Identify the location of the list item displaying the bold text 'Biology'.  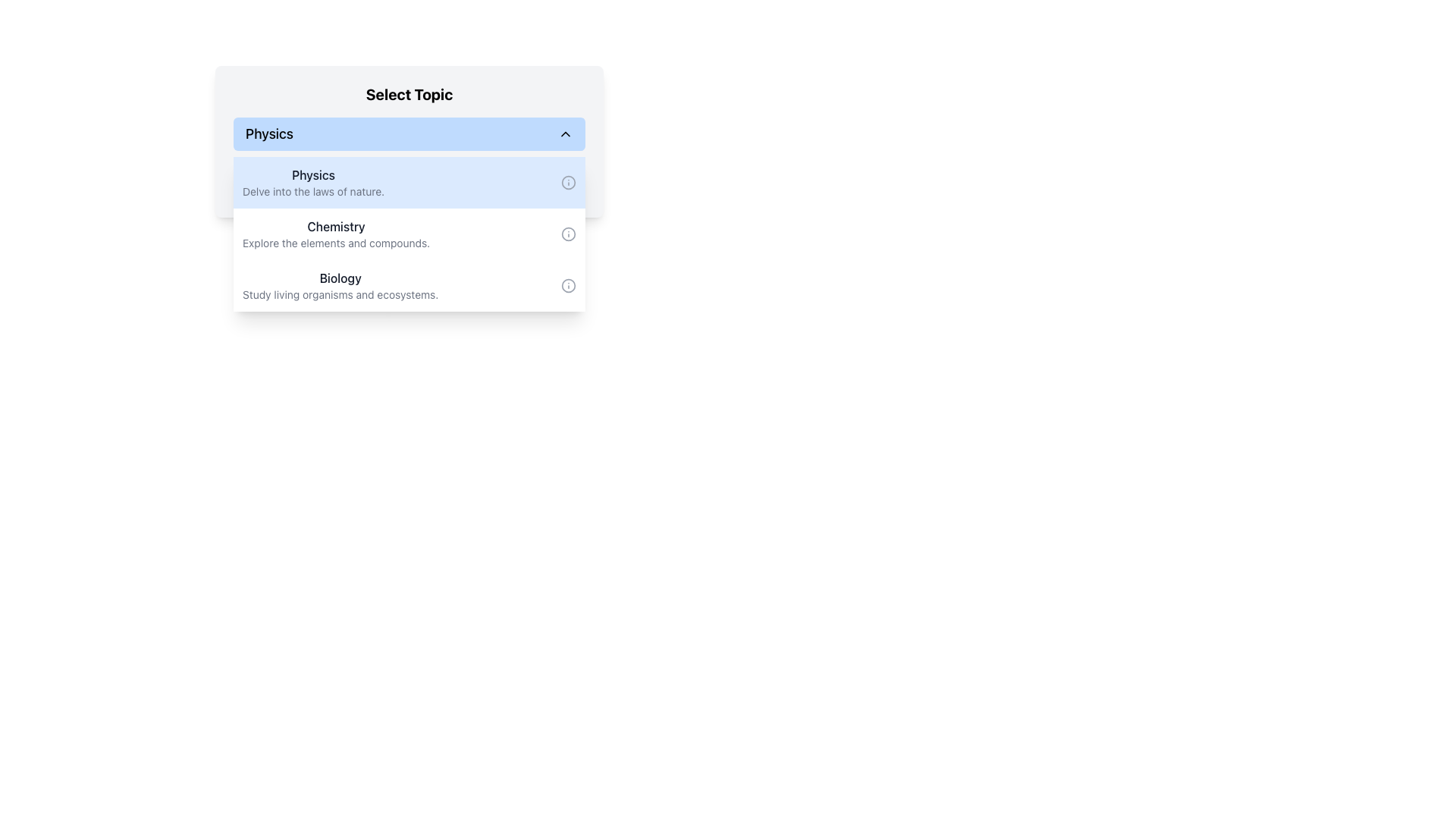
(340, 286).